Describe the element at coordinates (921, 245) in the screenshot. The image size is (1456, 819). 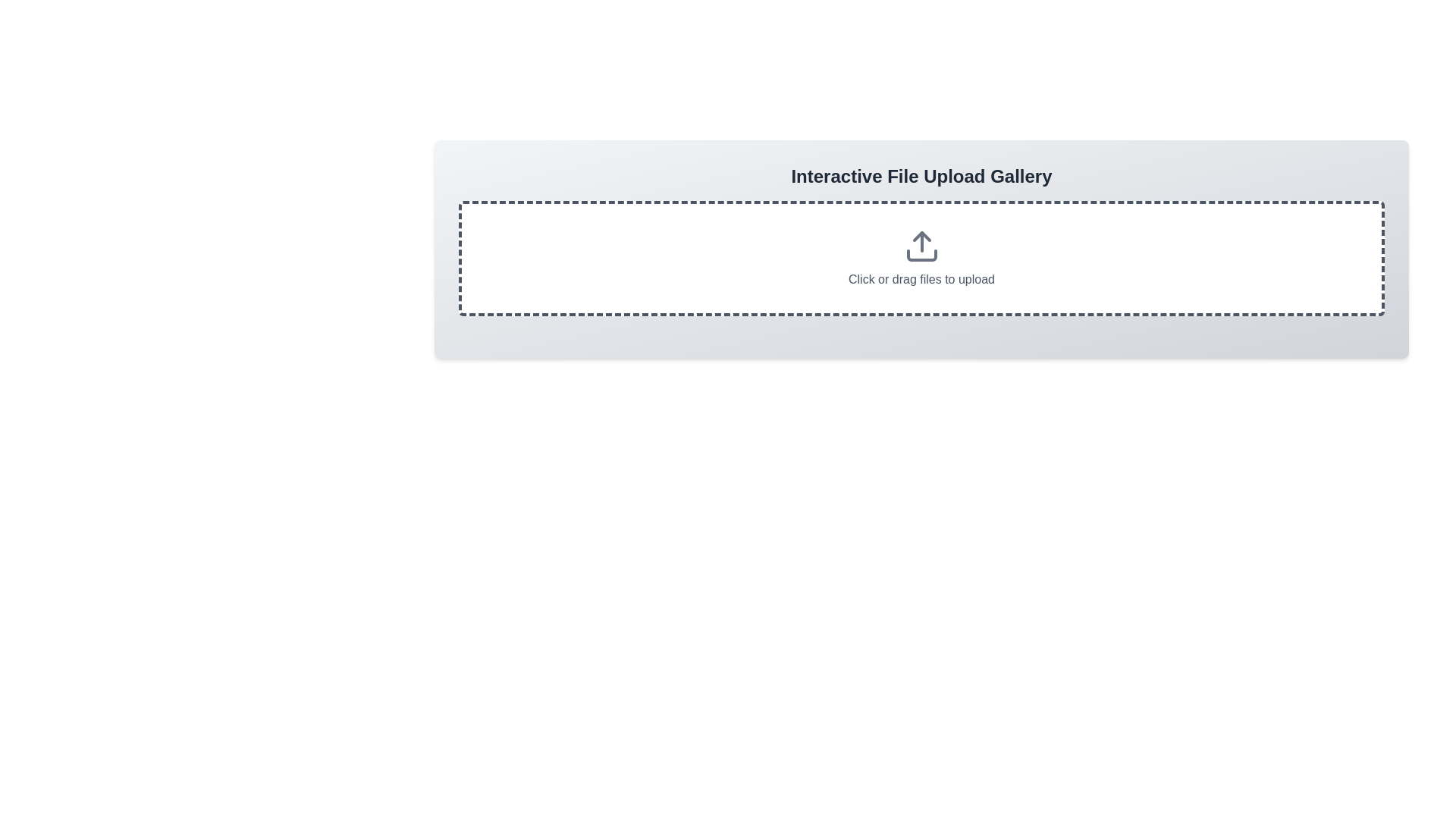
I see `the upload icon, which is an arrow pointing upwards into a tray, located centrally within a dashed rectangle above the text prompt 'Click or drag files to upload.'` at that location.